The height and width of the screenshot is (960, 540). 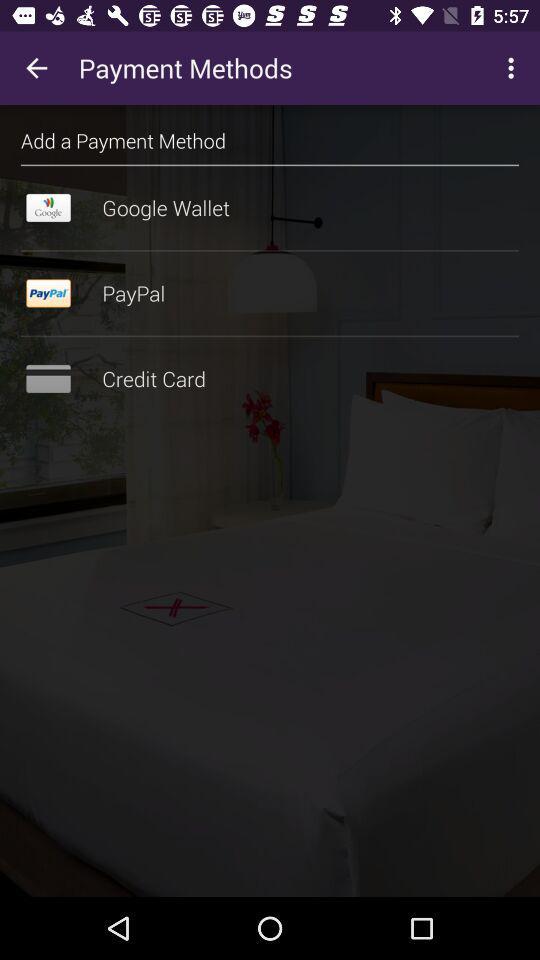 What do you see at coordinates (123, 139) in the screenshot?
I see `the add a payment icon` at bounding box center [123, 139].